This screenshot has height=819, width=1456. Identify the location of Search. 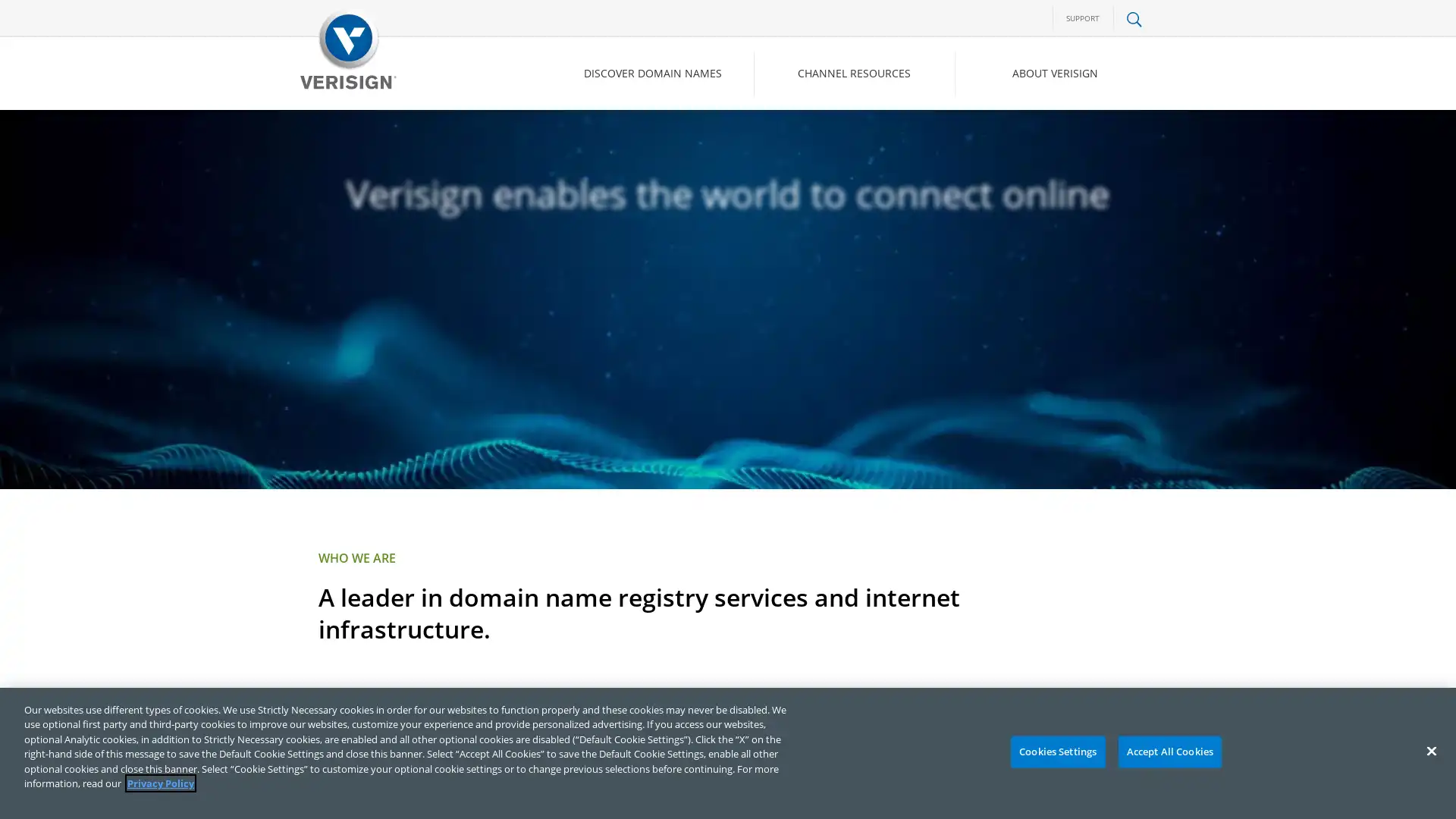
(1012, 137).